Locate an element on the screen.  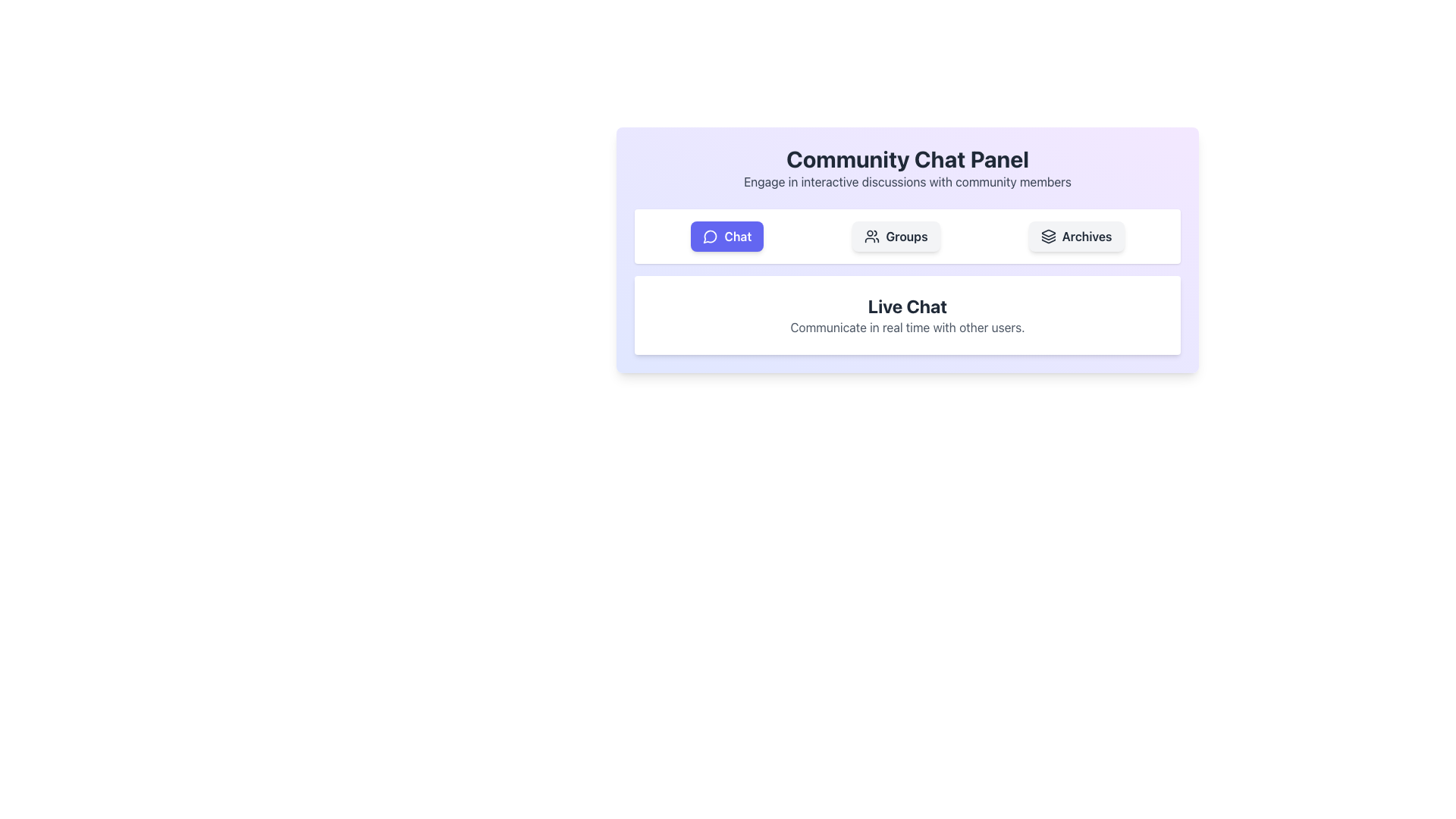
the informational label group that presents the live chat functionality, located centrally within the white card section below the buttons 'Chat,' 'Groups,' and 'Archives.' is located at coordinates (907, 315).